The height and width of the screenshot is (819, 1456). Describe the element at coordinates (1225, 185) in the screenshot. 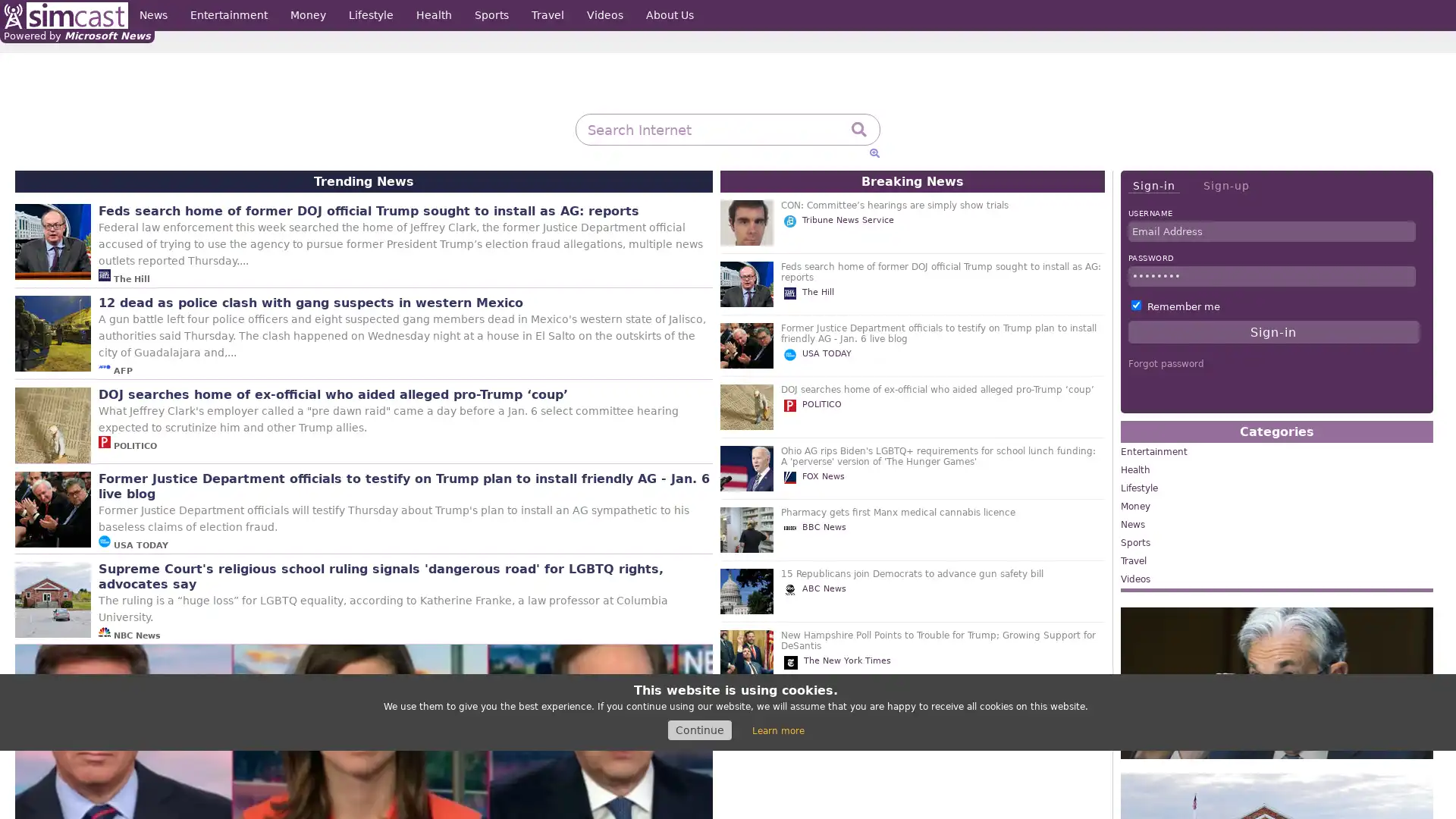

I see `Sign-up` at that location.